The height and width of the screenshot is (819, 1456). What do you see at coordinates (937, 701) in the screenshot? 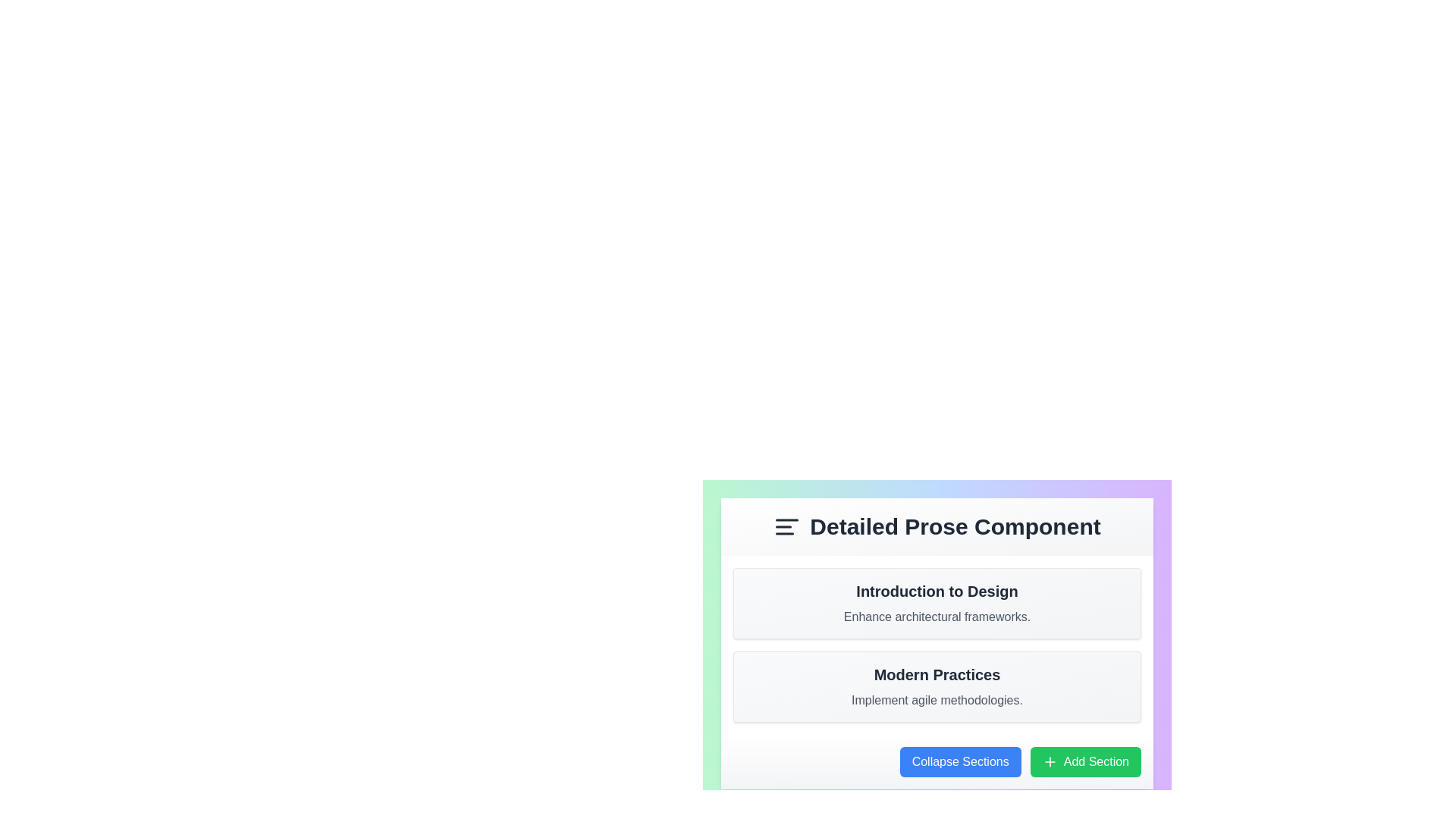
I see `the Text Label that displays 'Implement agile methodologies.' positioned below the 'Modern Practices' header` at bounding box center [937, 701].